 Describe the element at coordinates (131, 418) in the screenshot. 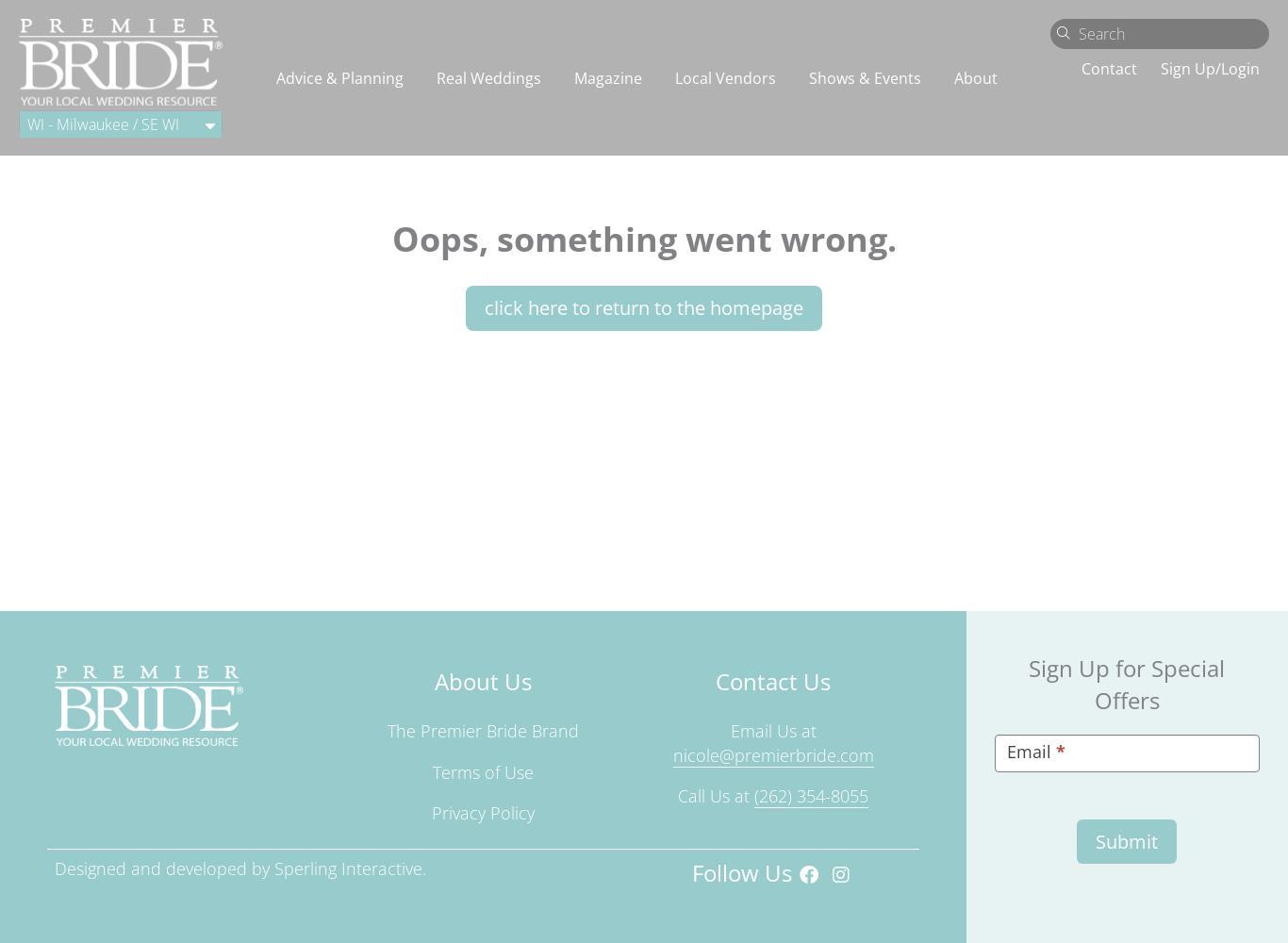

I see `'Bridal Shops'` at that location.